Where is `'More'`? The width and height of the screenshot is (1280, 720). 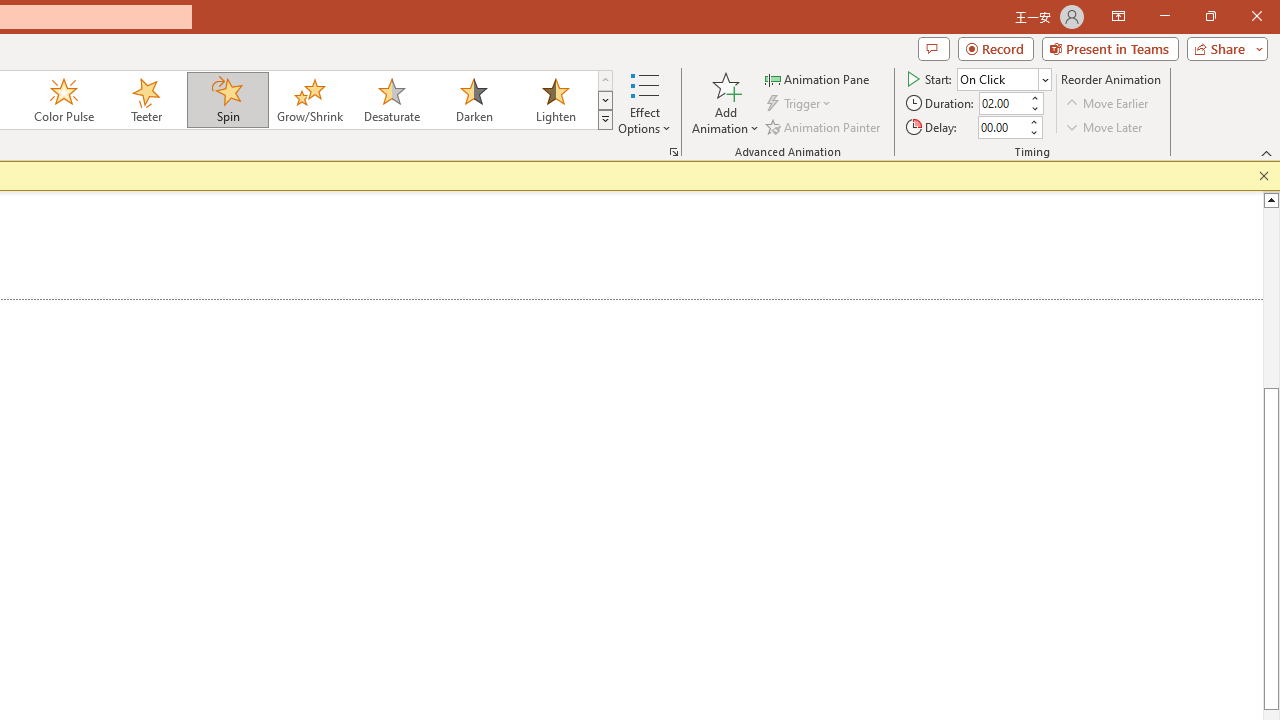 'More' is located at coordinates (1033, 121).